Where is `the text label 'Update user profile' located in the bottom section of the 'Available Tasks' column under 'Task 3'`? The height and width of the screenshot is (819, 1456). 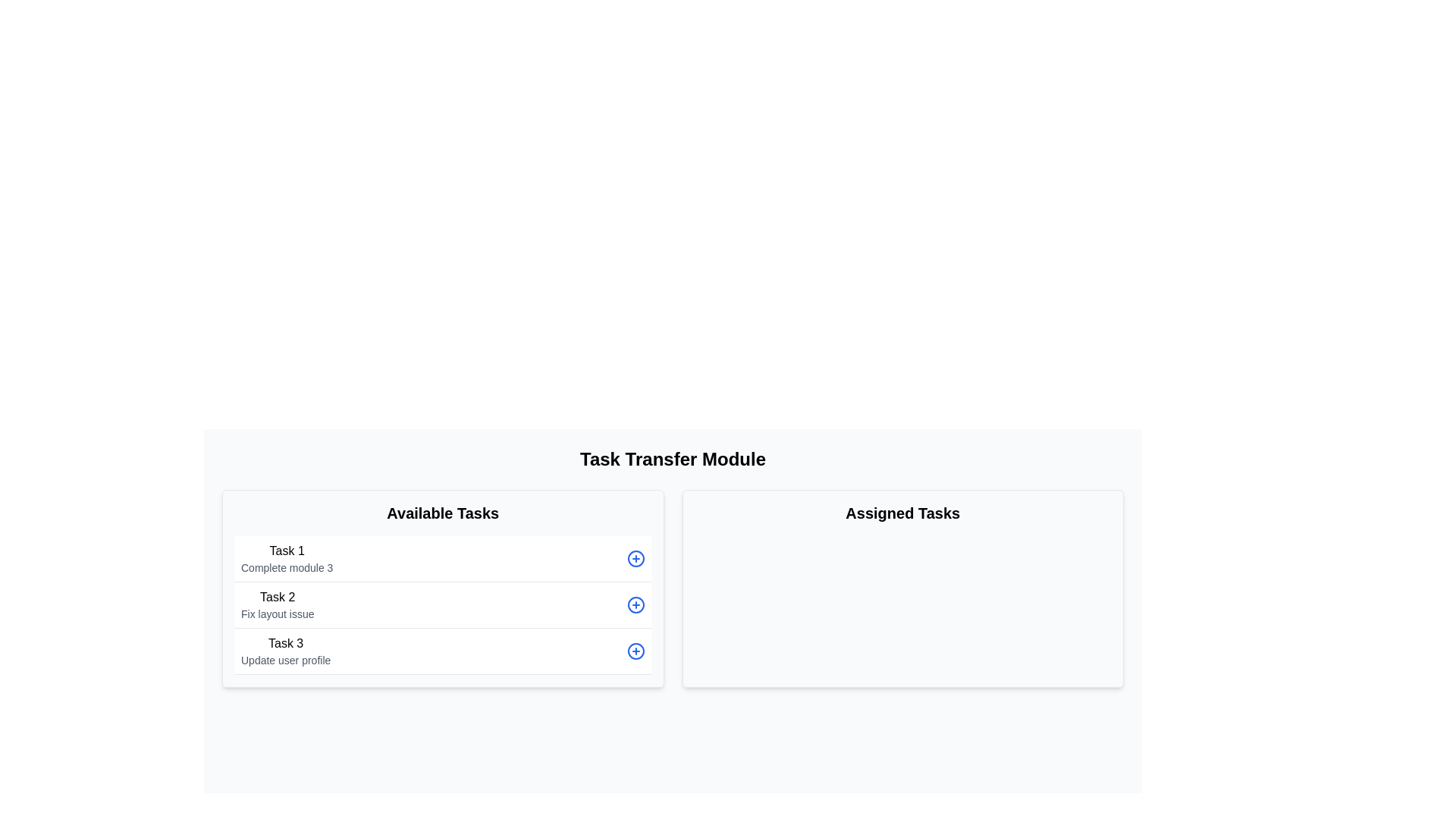
the text label 'Update user profile' located in the bottom section of the 'Available Tasks' column under 'Task 3' is located at coordinates (286, 660).